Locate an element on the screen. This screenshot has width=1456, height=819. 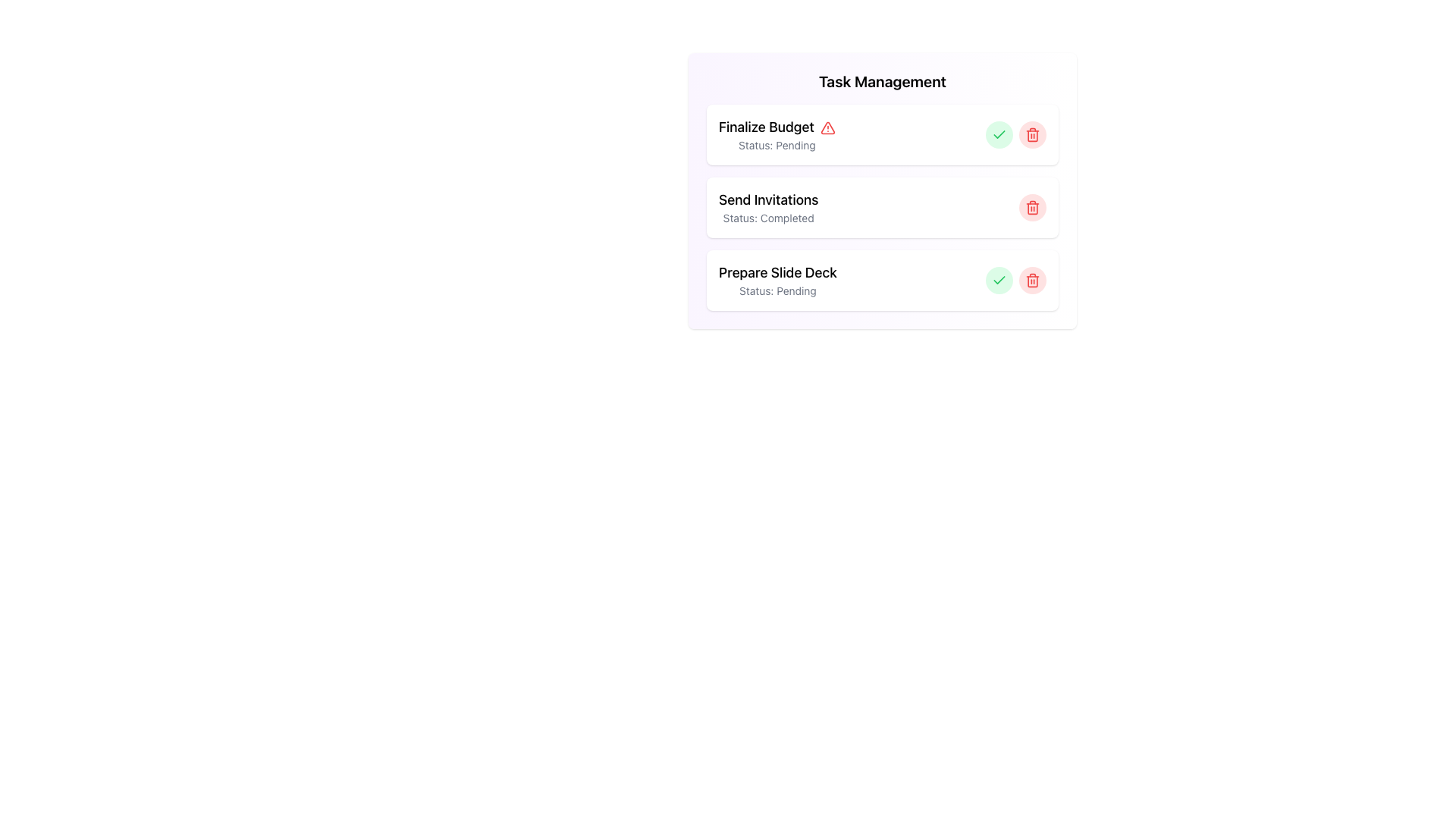
the task card displaying 'Send Invitations' with the status 'Status: Completed' in the task management interface is located at coordinates (882, 190).